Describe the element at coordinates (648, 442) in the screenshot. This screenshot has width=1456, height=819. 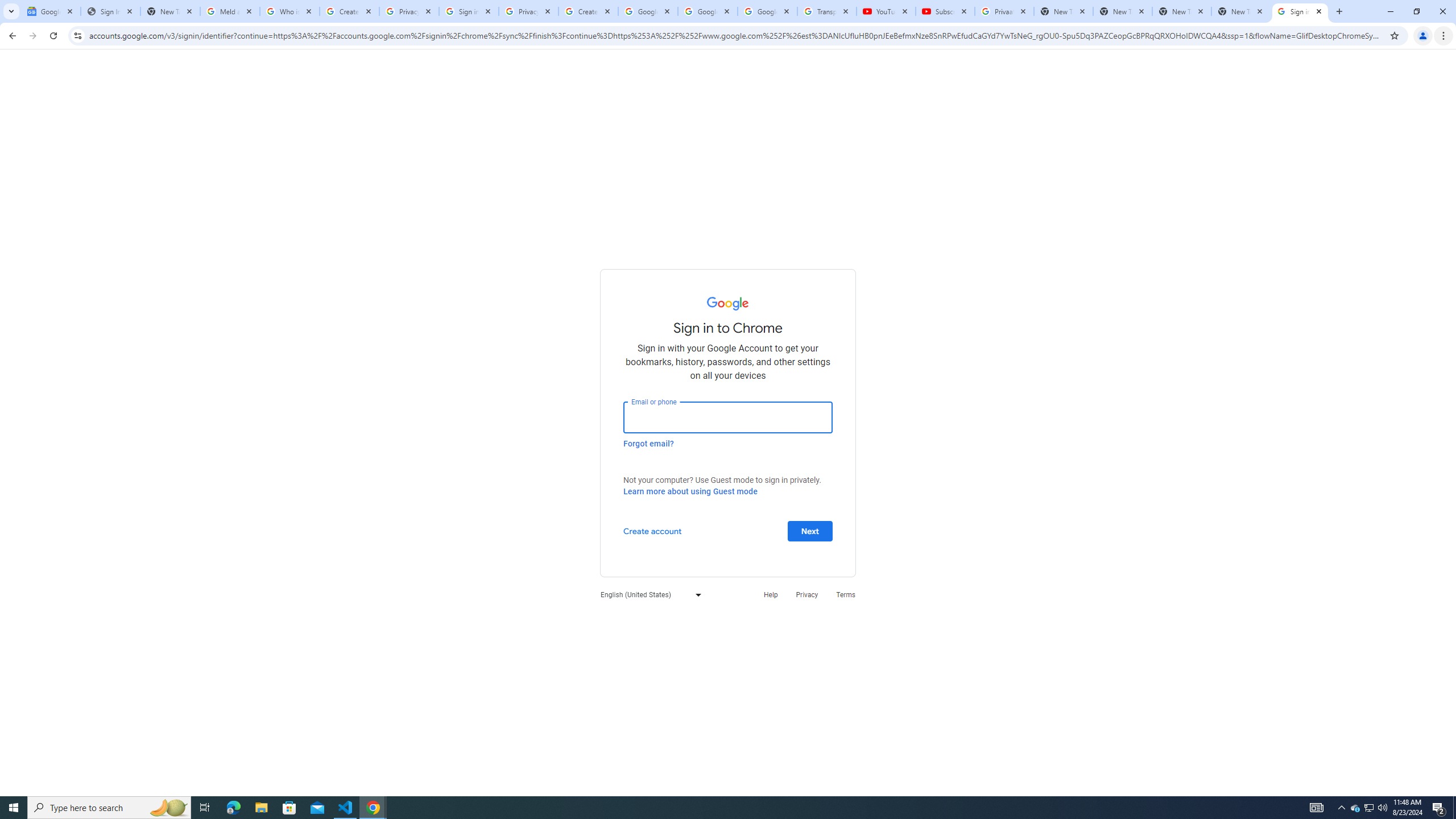
I see `'Forgot email?'` at that location.